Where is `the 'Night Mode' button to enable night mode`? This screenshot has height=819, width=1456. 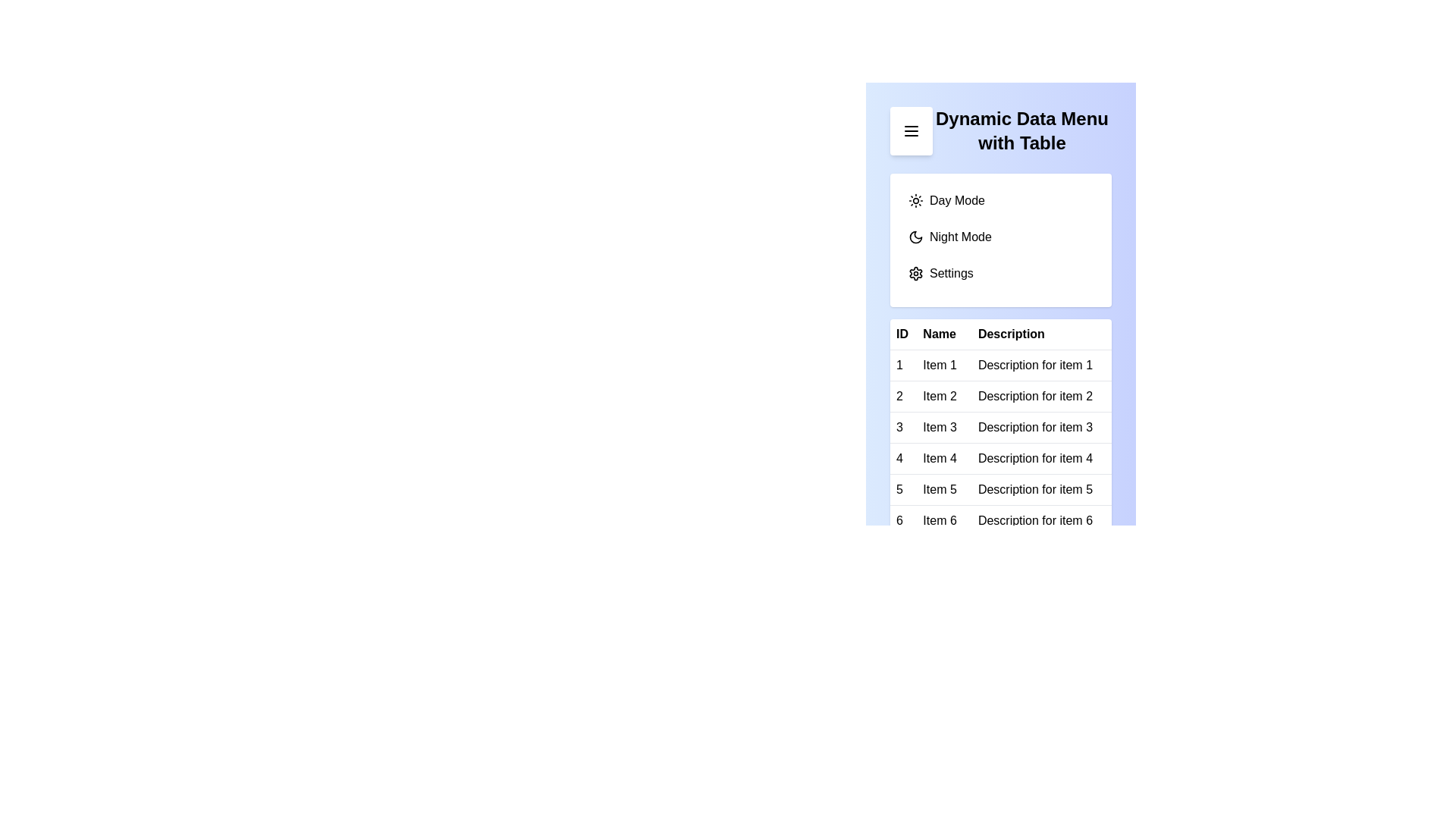
the 'Night Mode' button to enable night mode is located at coordinates (1001, 237).